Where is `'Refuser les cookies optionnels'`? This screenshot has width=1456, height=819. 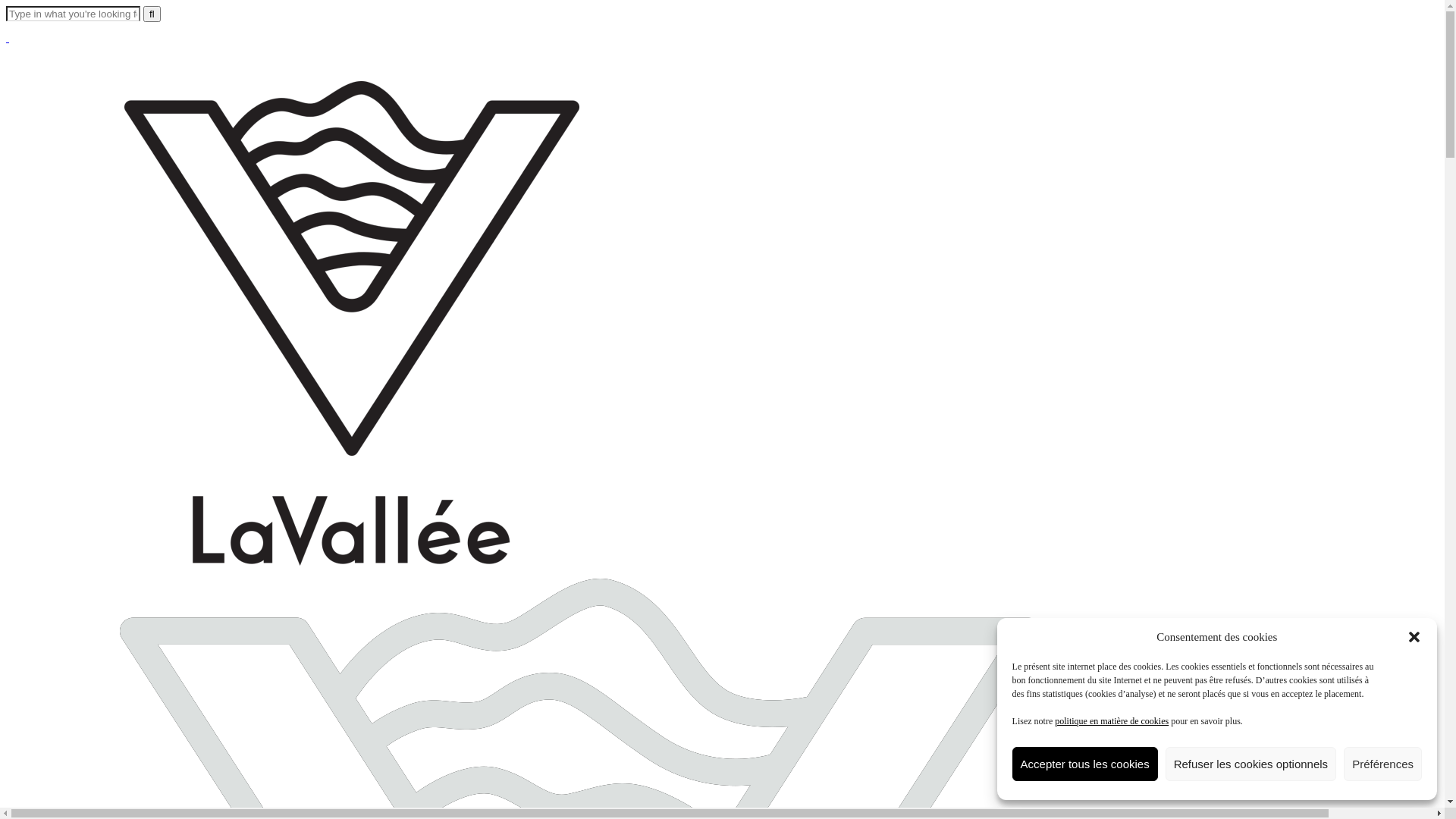 'Refuser les cookies optionnels' is located at coordinates (1250, 764).